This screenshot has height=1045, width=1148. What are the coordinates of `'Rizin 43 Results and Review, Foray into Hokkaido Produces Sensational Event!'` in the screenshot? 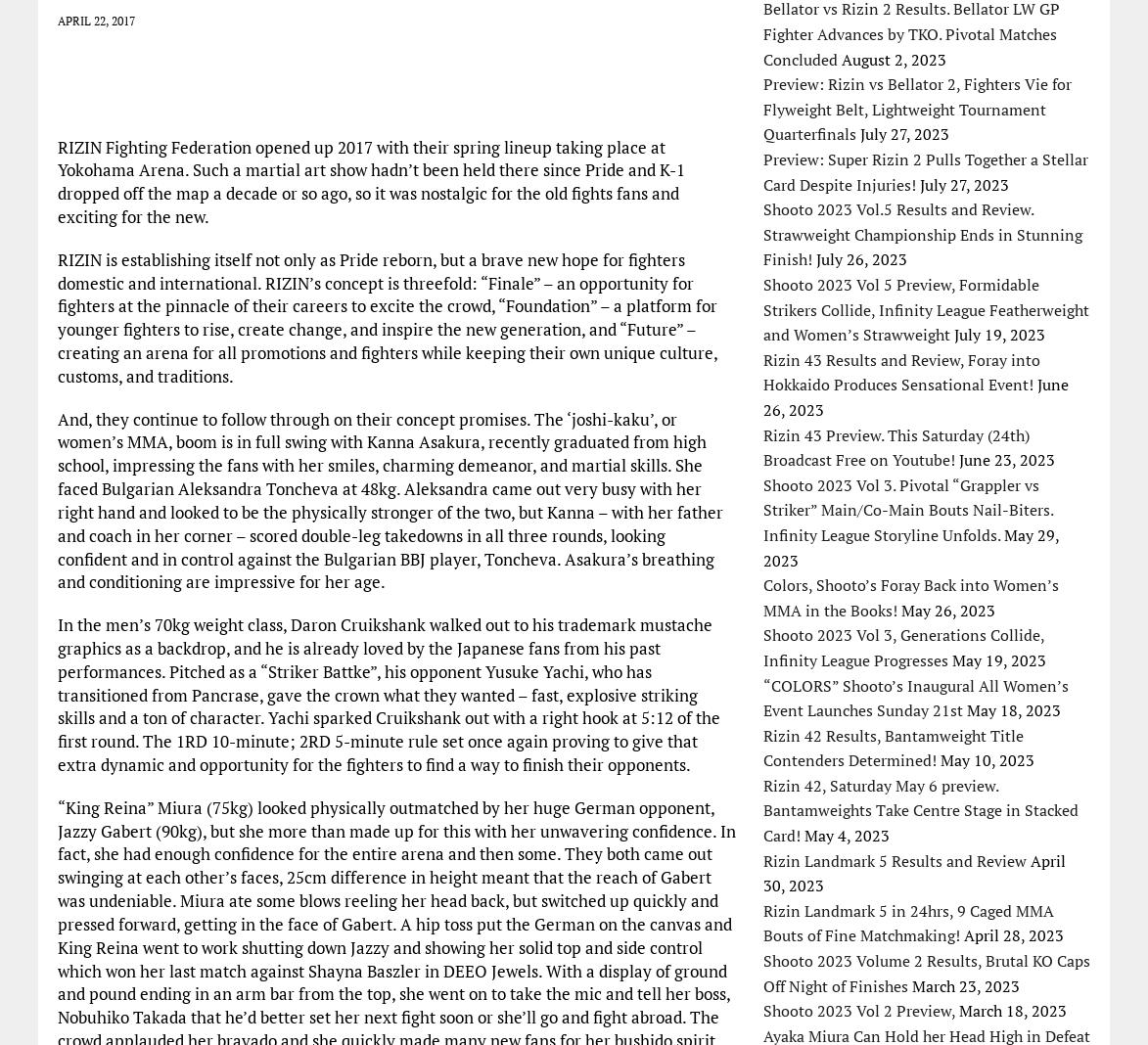 It's located at (901, 370).